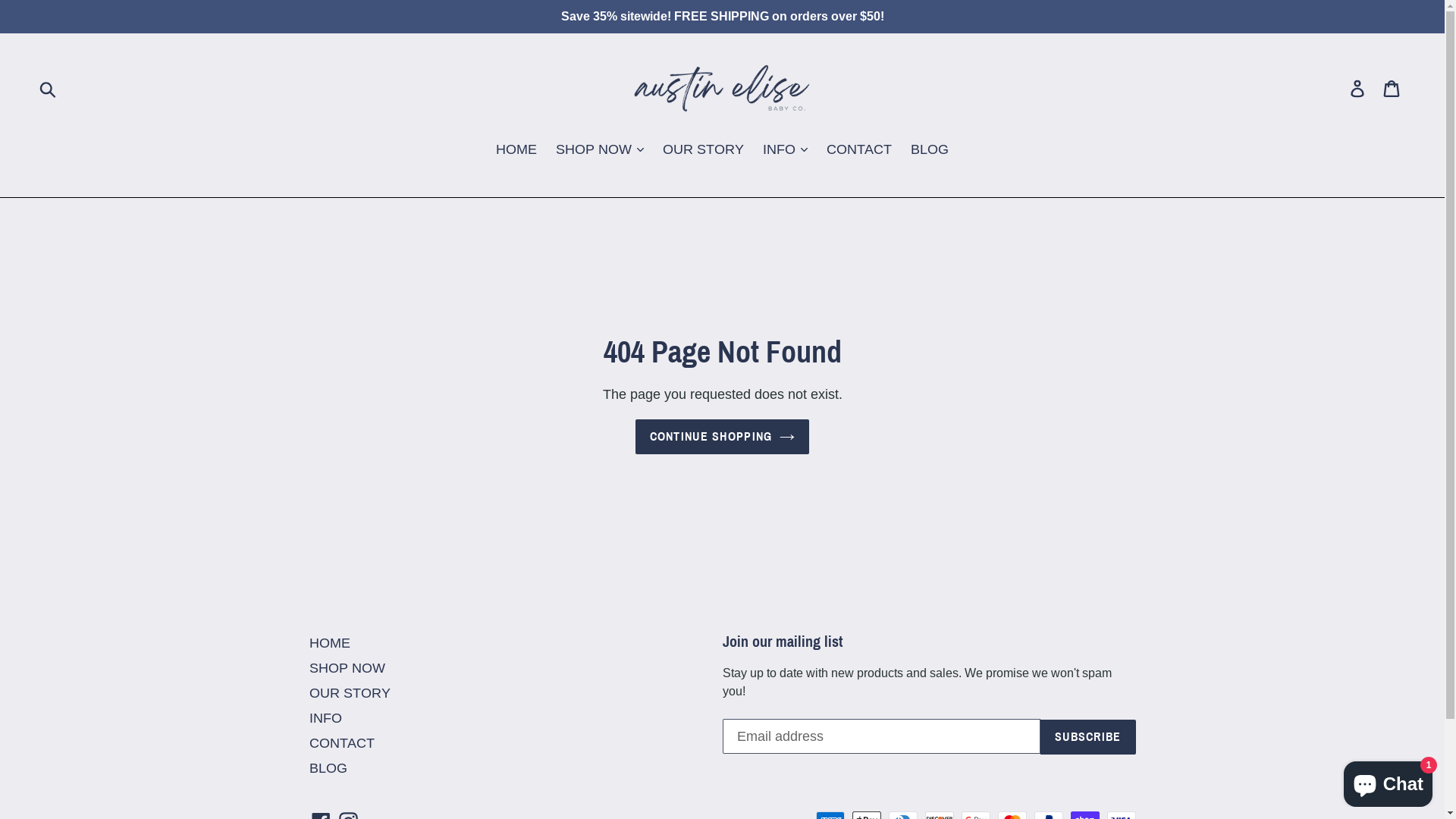 The image size is (1456, 819). I want to click on 'CONTACT', so click(341, 742).